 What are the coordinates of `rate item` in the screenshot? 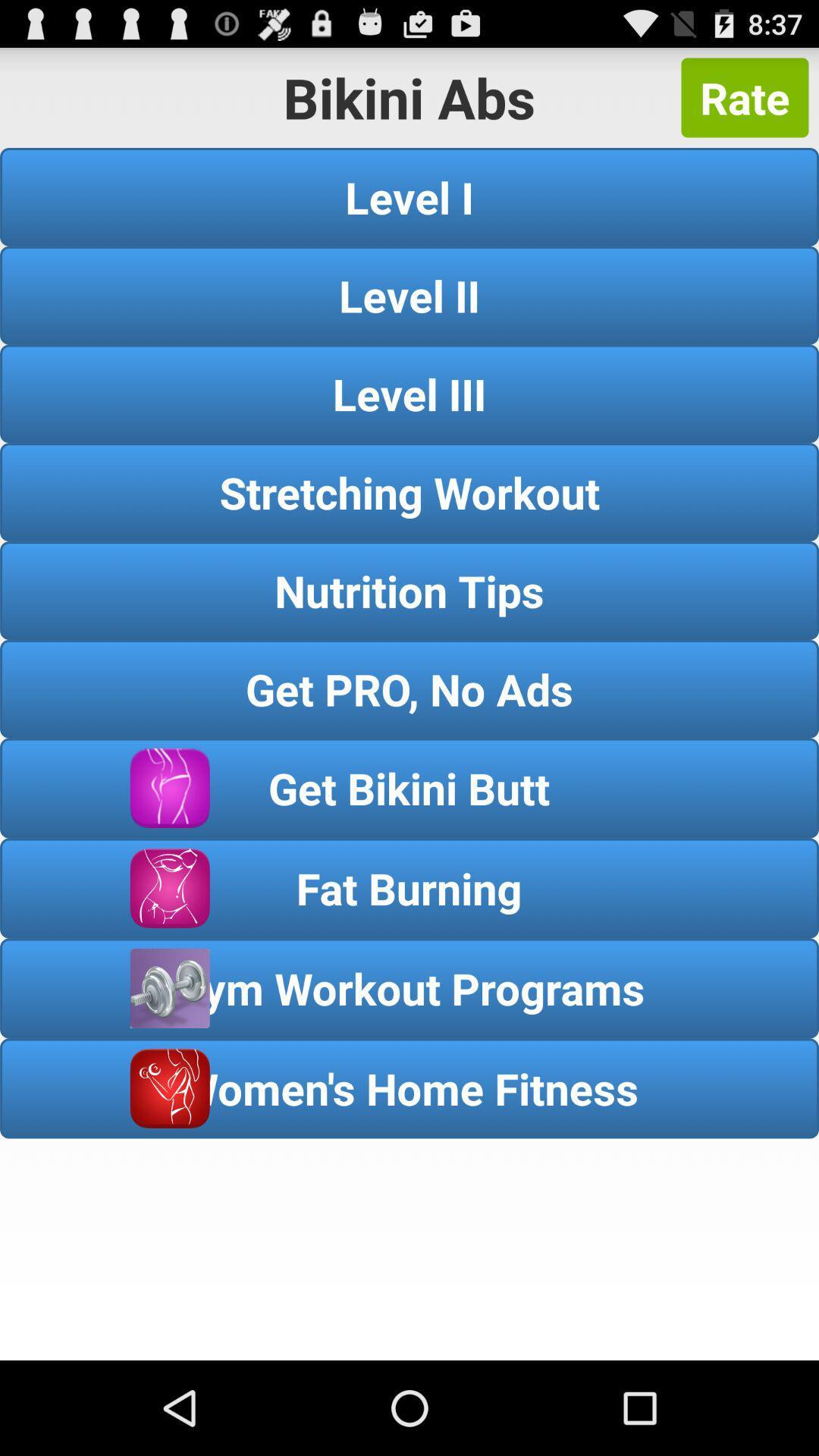 It's located at (744, 97).